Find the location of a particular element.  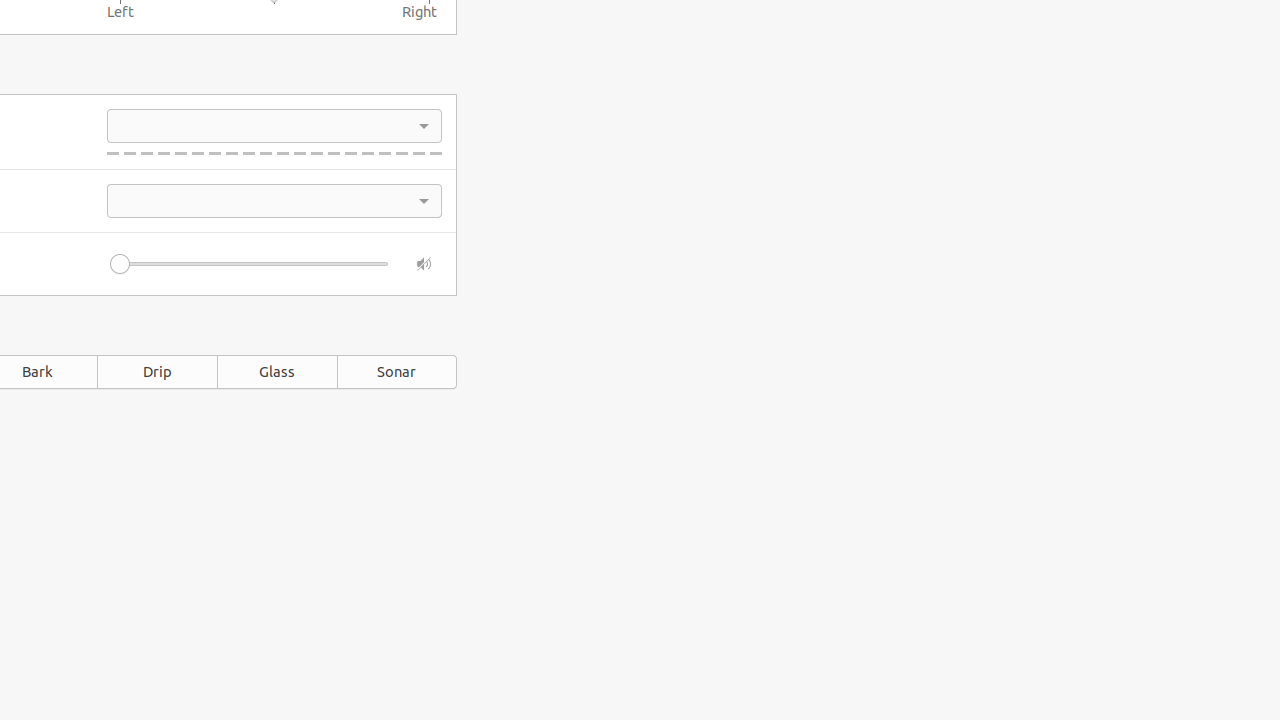

'Drip' is located at coordinates (156, 372).